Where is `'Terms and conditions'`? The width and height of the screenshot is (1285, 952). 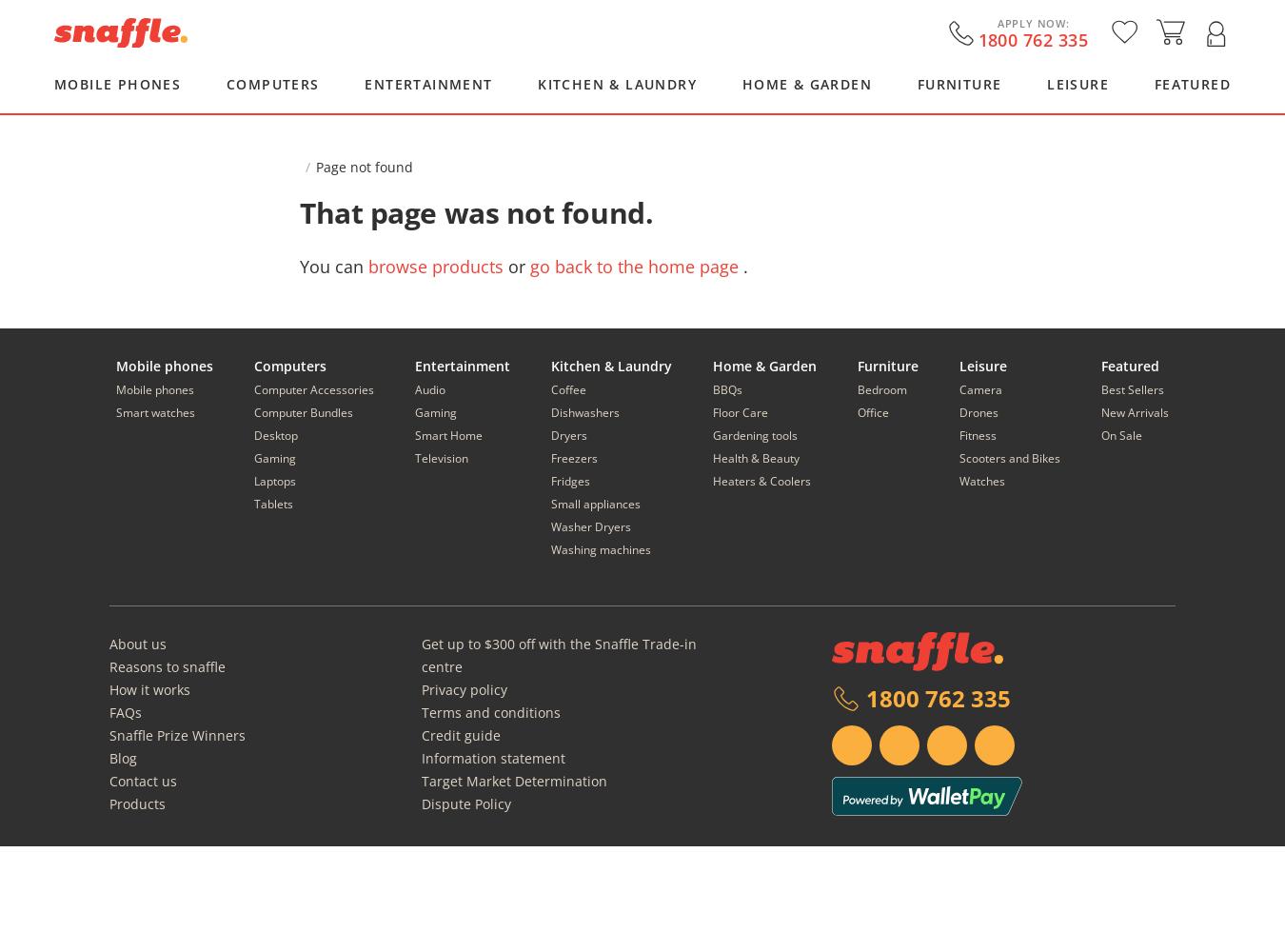
'Terms and conditions' is located at coordinates (489, 711).